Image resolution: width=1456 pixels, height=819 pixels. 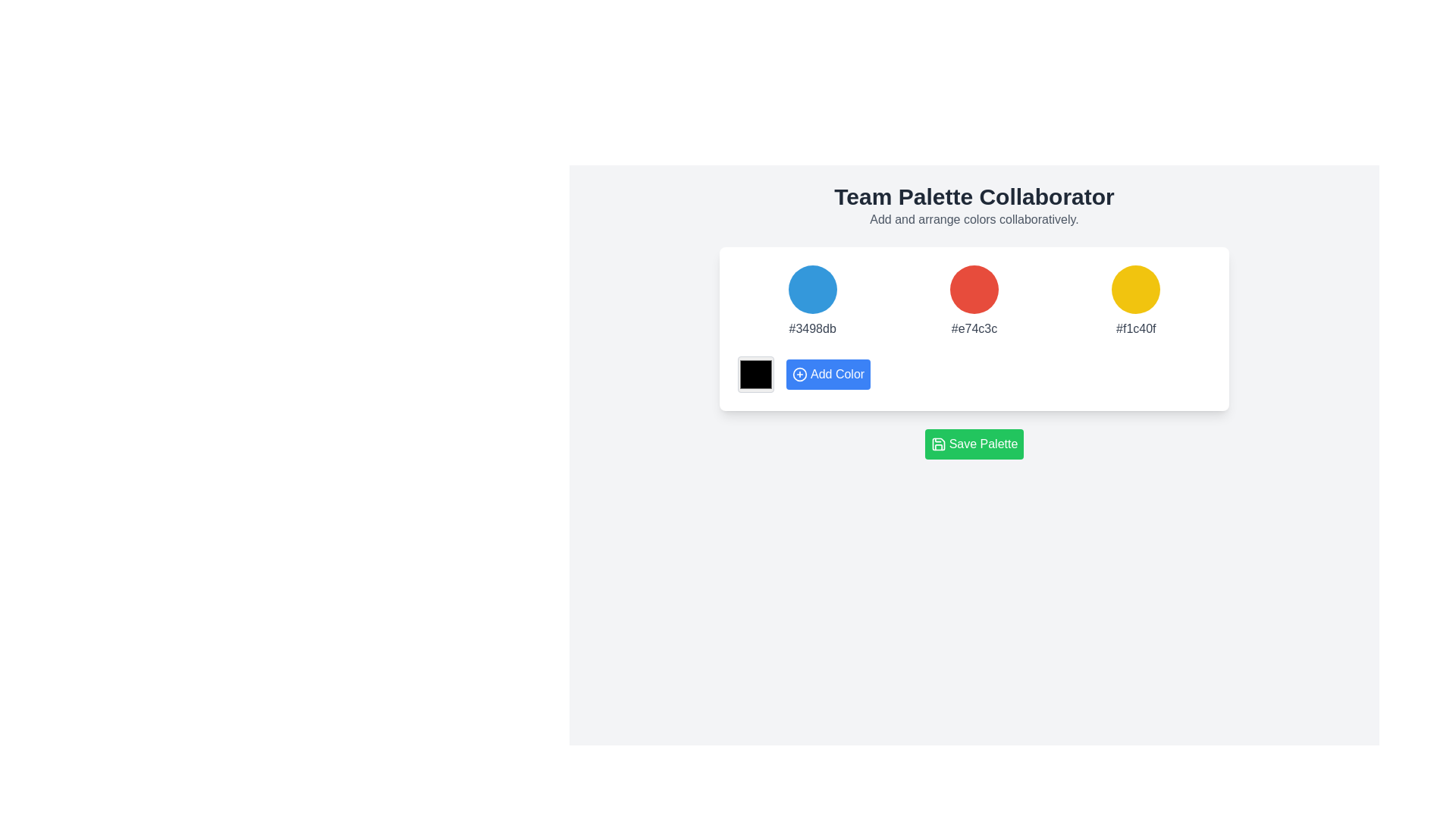 I want to click on text from the gray text label displaying the hex value '#3498db', positioned below the blue circular color icon in the palette, so click(x=811, y=328).